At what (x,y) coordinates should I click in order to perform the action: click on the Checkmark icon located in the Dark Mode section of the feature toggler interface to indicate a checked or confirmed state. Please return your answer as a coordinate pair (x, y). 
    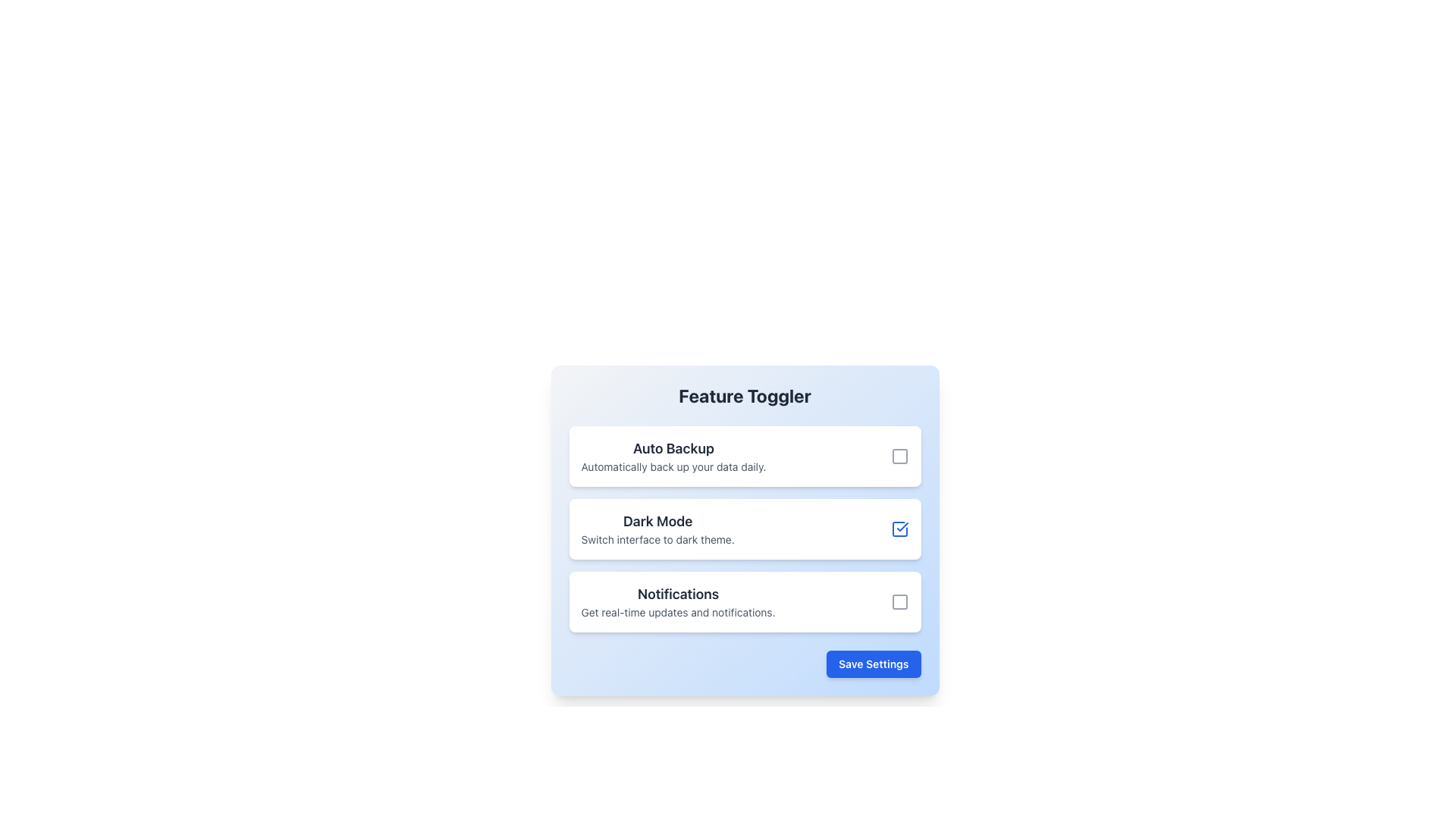
    Looking at the image, I should click on (902, 526).